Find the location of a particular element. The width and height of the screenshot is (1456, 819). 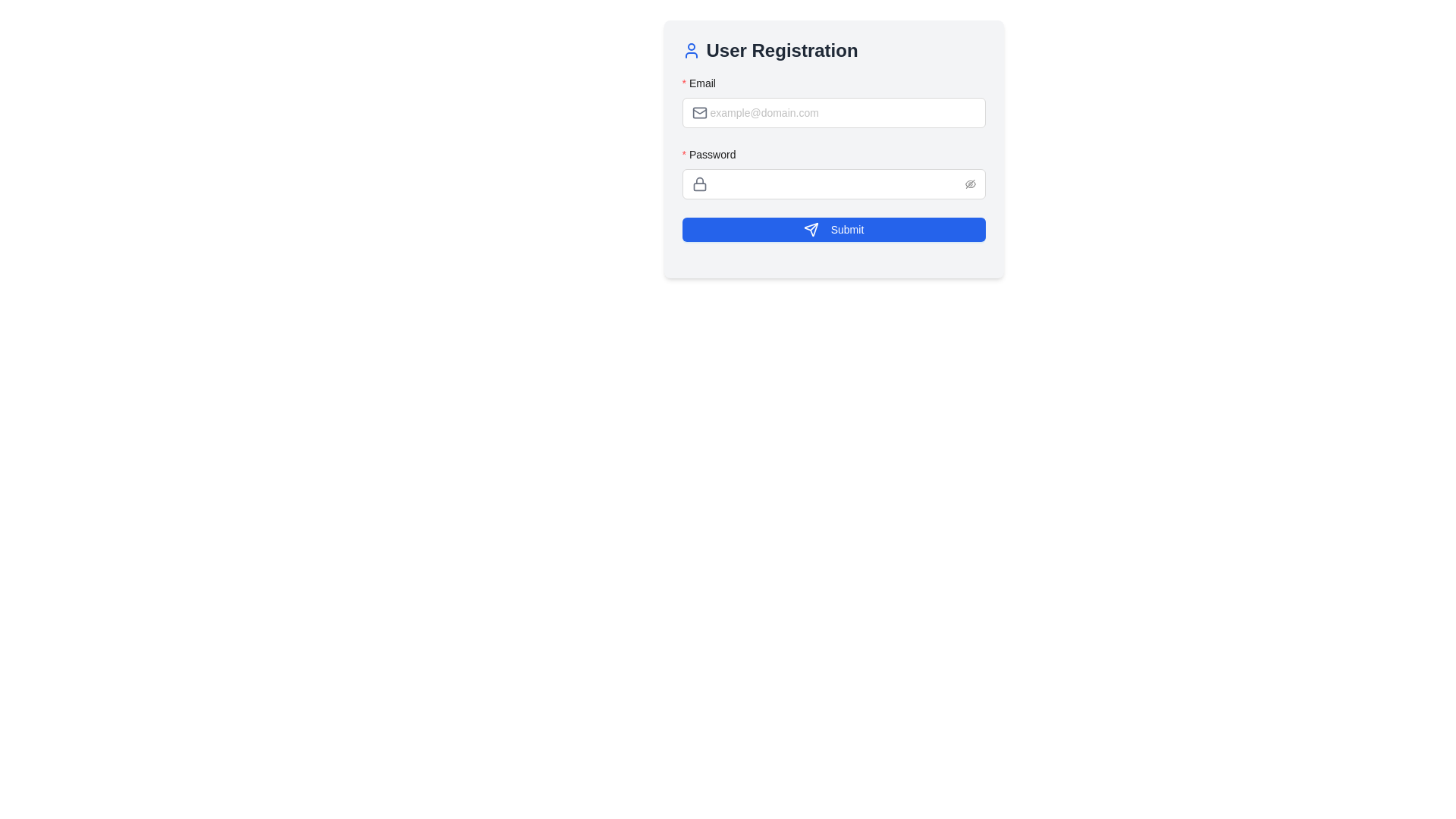

the lock icon located on the left side of the password input field in the User Registration dialog, which denotes the password field as secure is located at coordinates (698, 184).